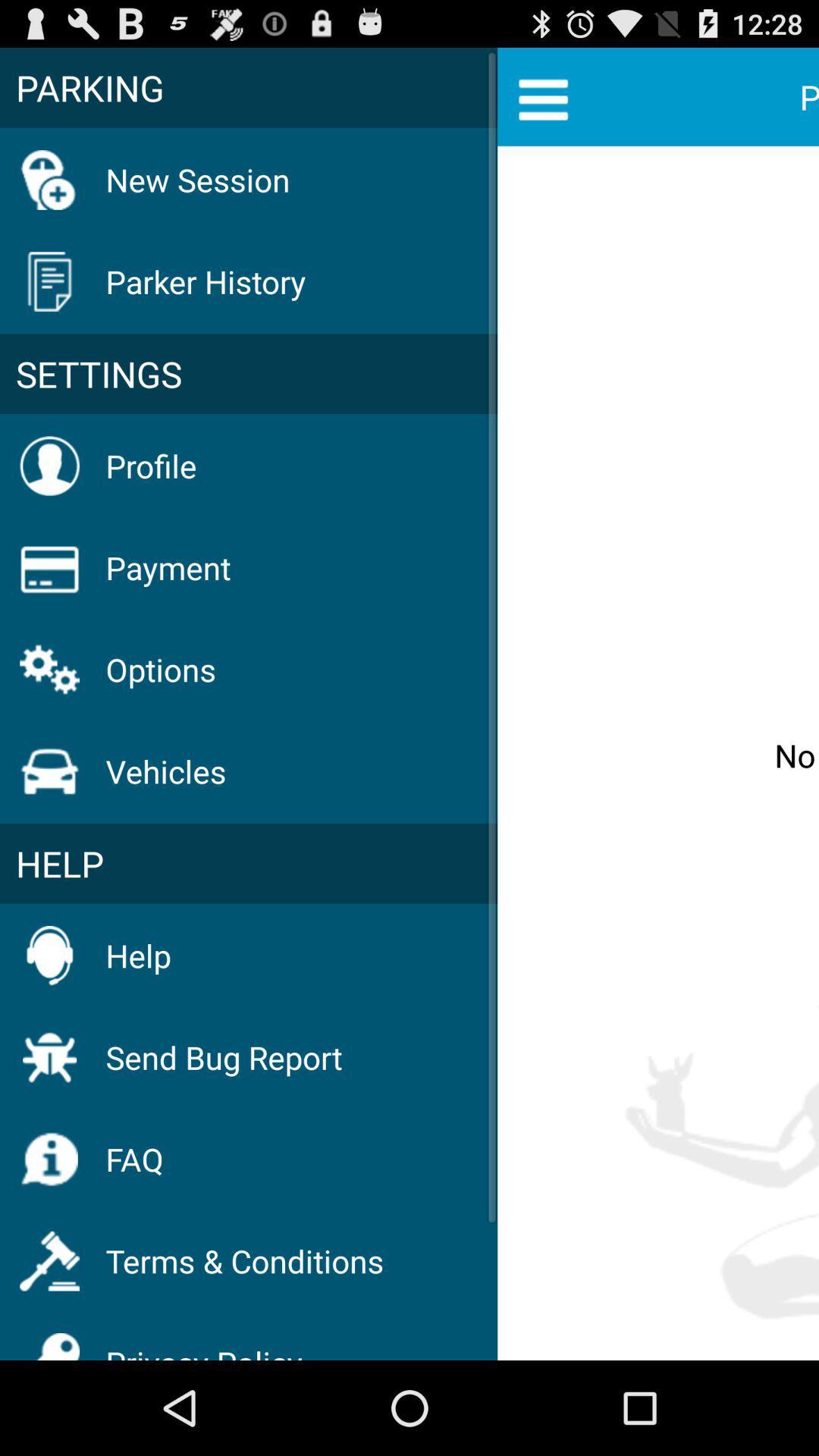 Image resolution: width=819 pixels, height=1456 pixels. Describe the element at coordinates (168, 566) in the screenshot. I see `the item above options icon` at that location.